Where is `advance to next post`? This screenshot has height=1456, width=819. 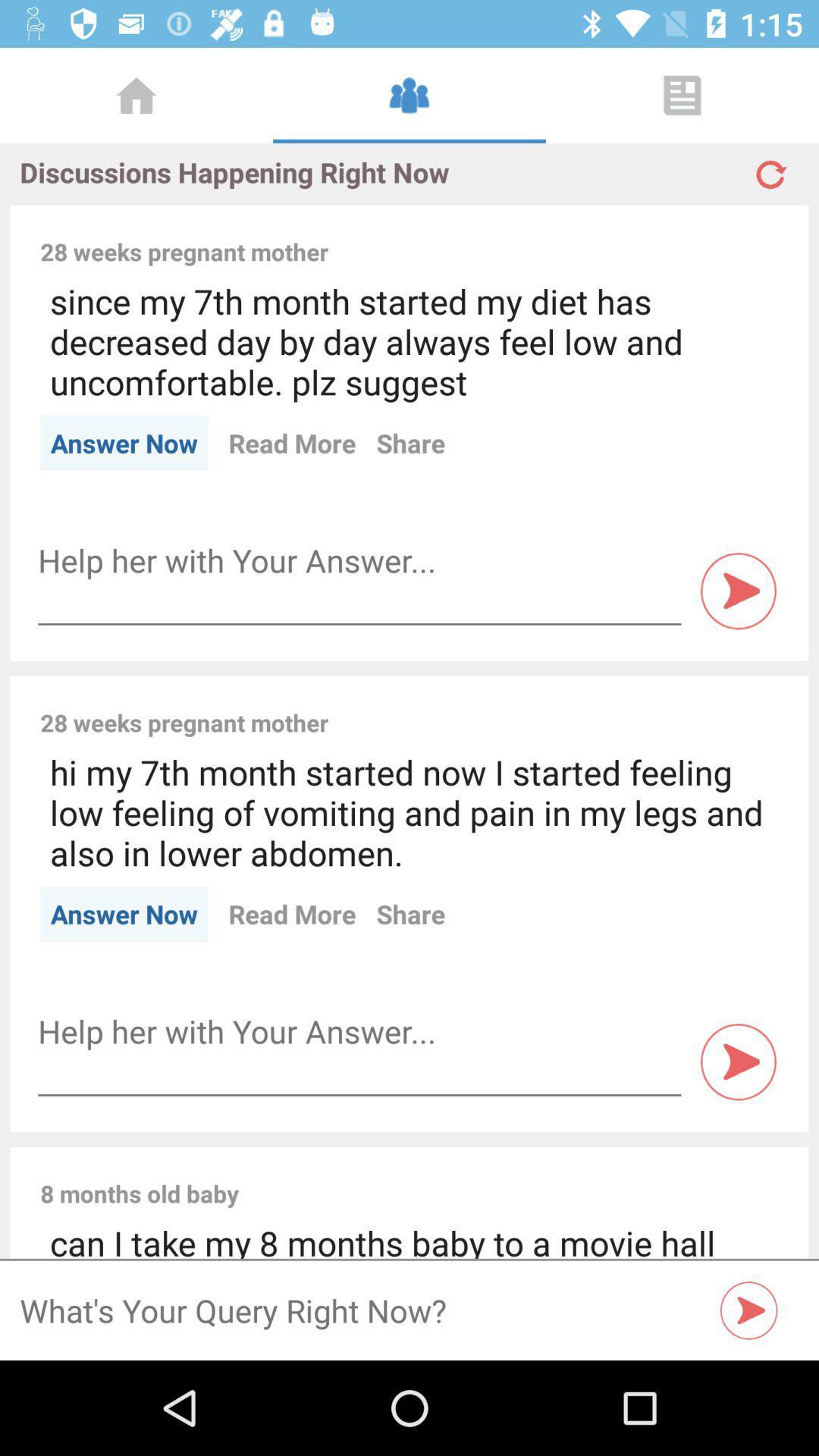
advance to next post is located at coordinates (738, 590).